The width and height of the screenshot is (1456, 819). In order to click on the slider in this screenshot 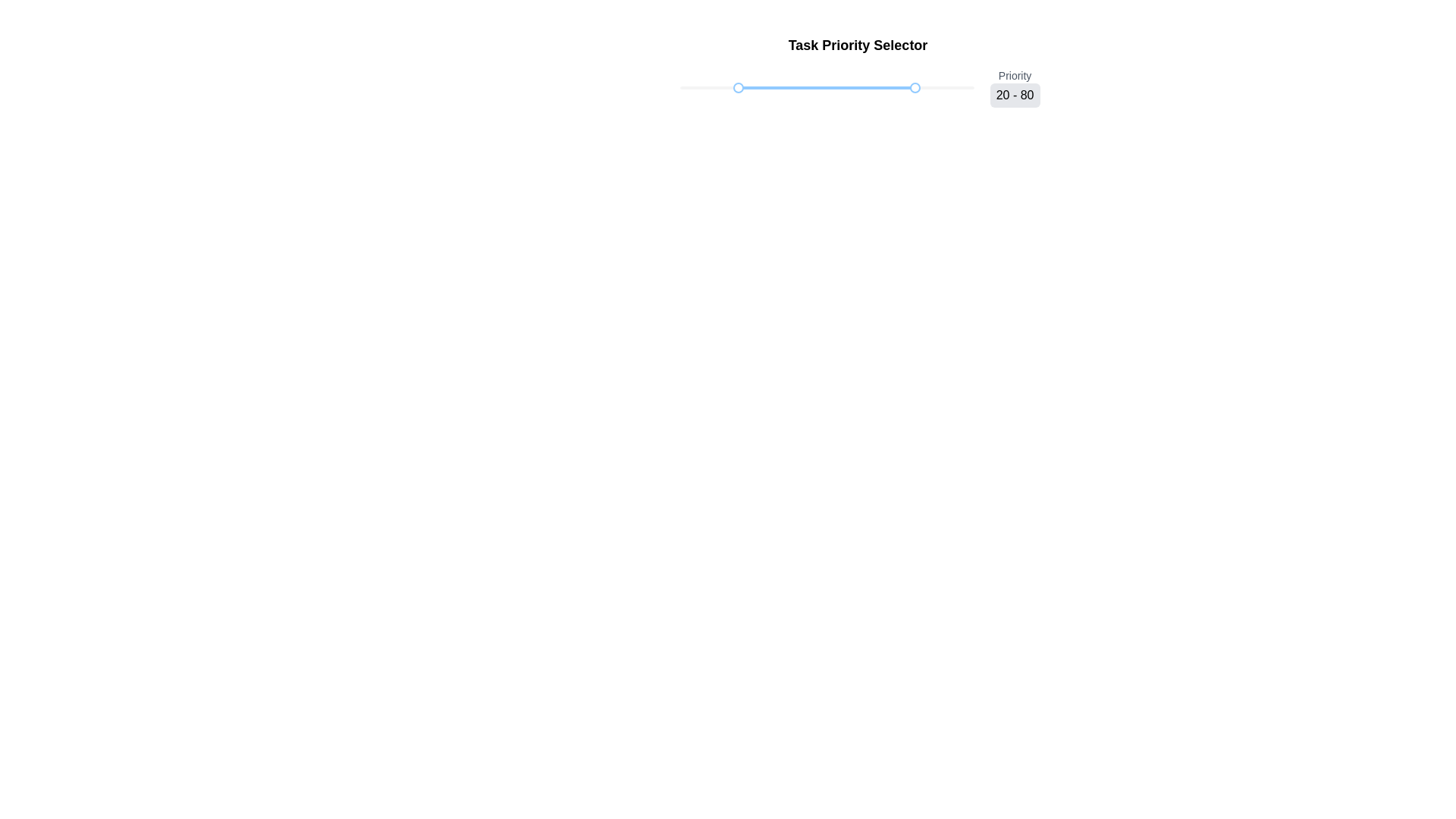, I will do `click(701, 87)`.